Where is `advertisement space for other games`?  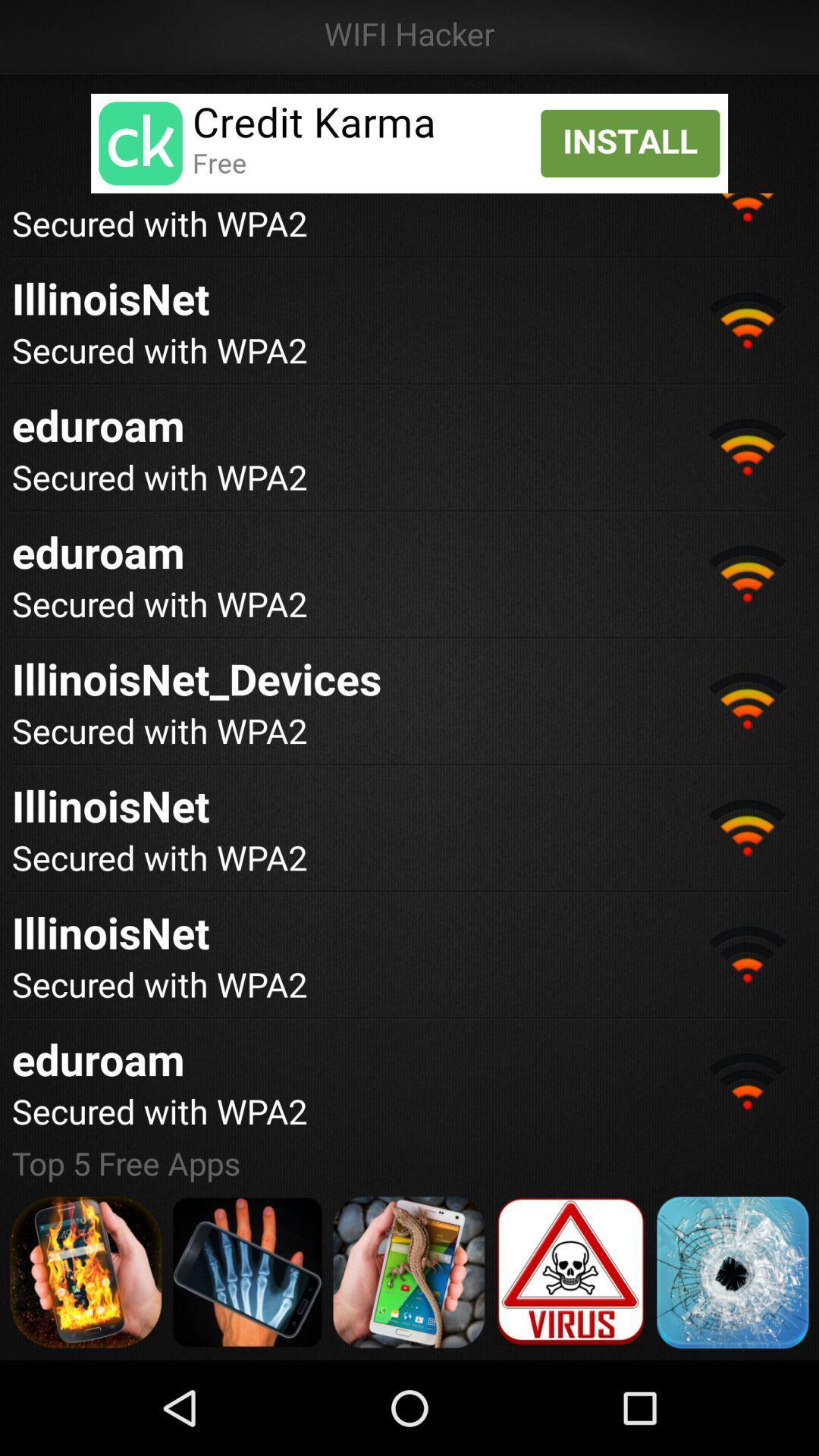
advertisement space for other games is located at coordinates (408, 1272).